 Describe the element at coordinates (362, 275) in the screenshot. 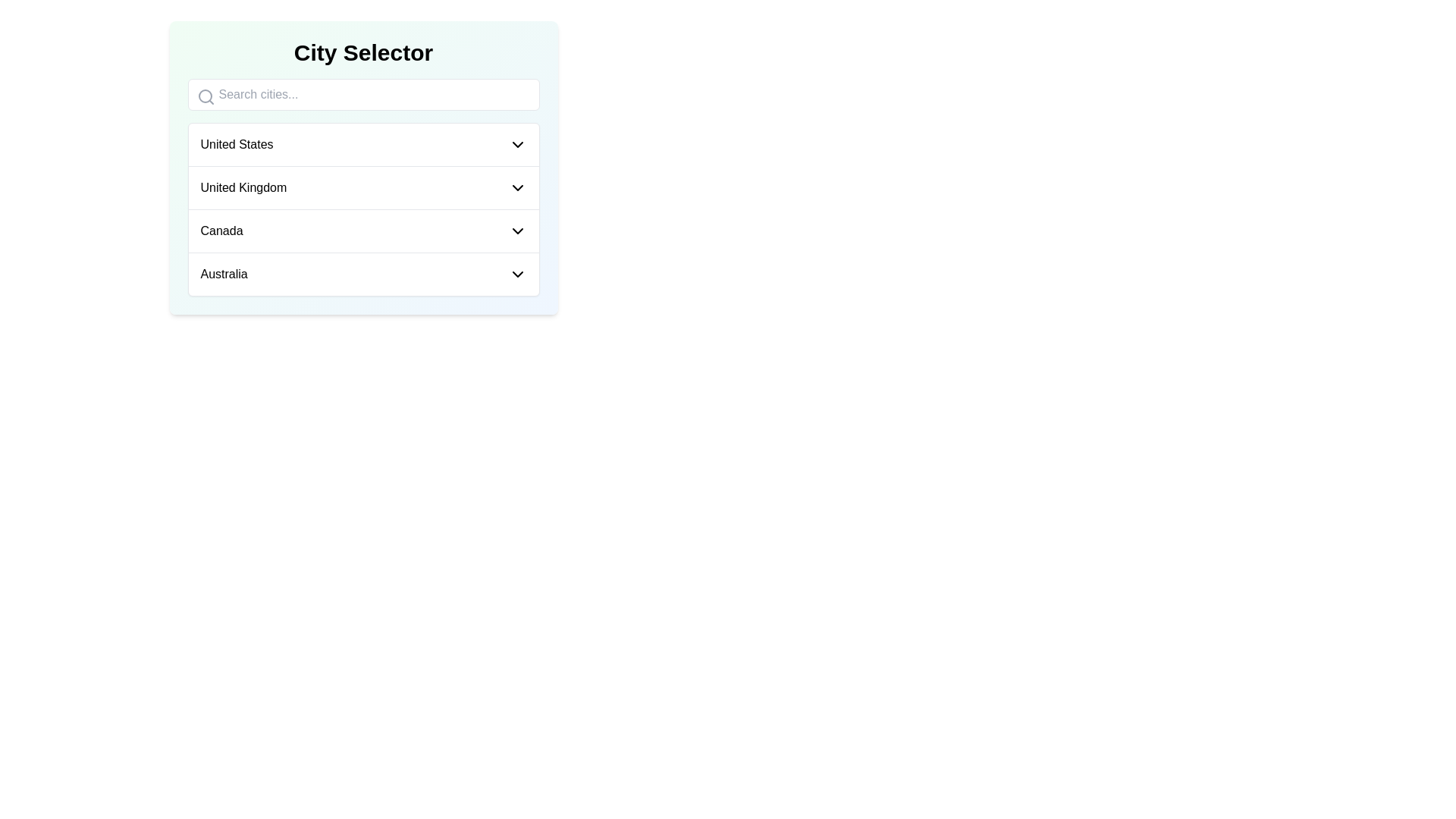

I see `the list item for 'Australia'` at that location.